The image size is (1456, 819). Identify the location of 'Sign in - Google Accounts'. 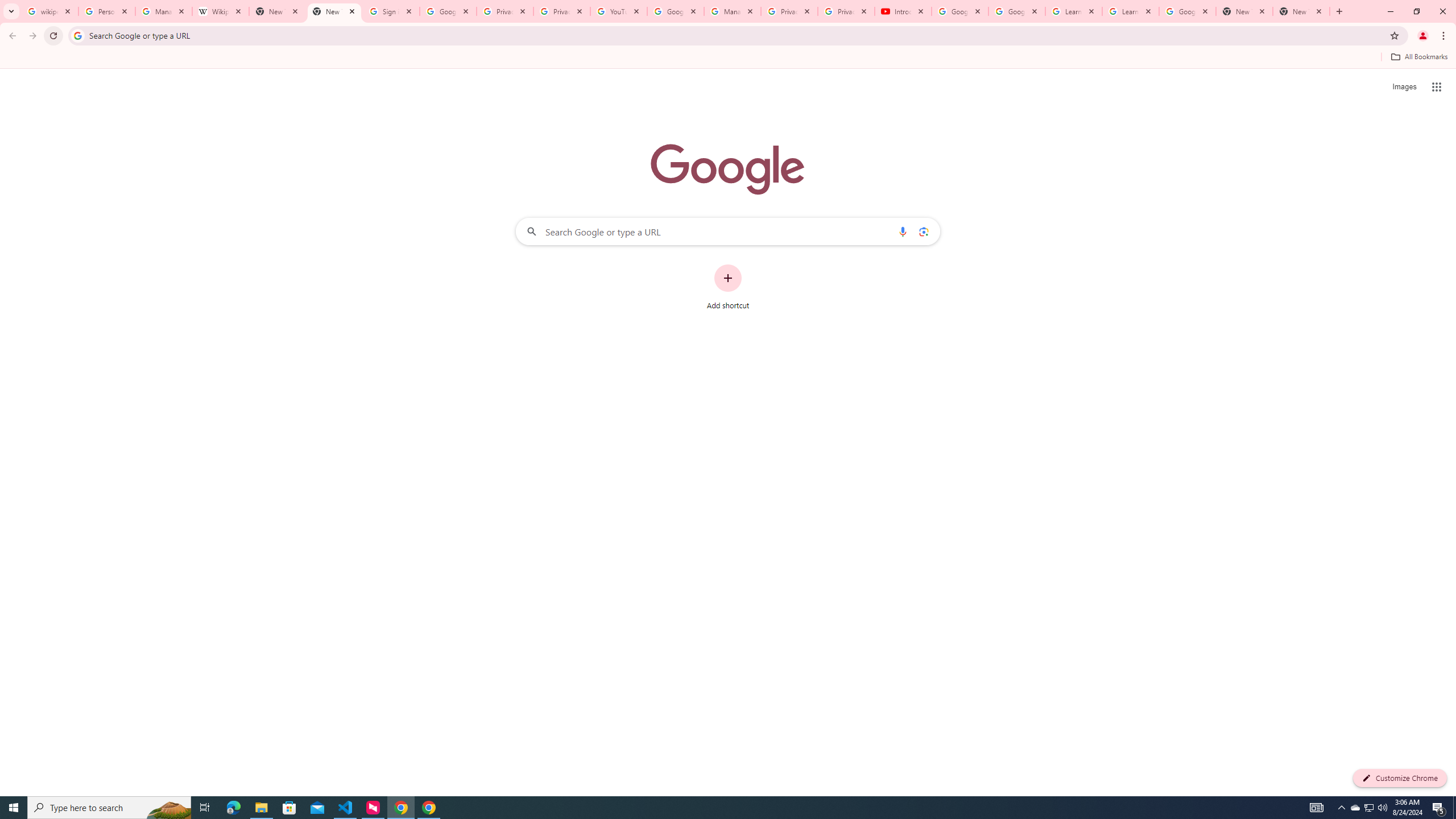
(391, 11).